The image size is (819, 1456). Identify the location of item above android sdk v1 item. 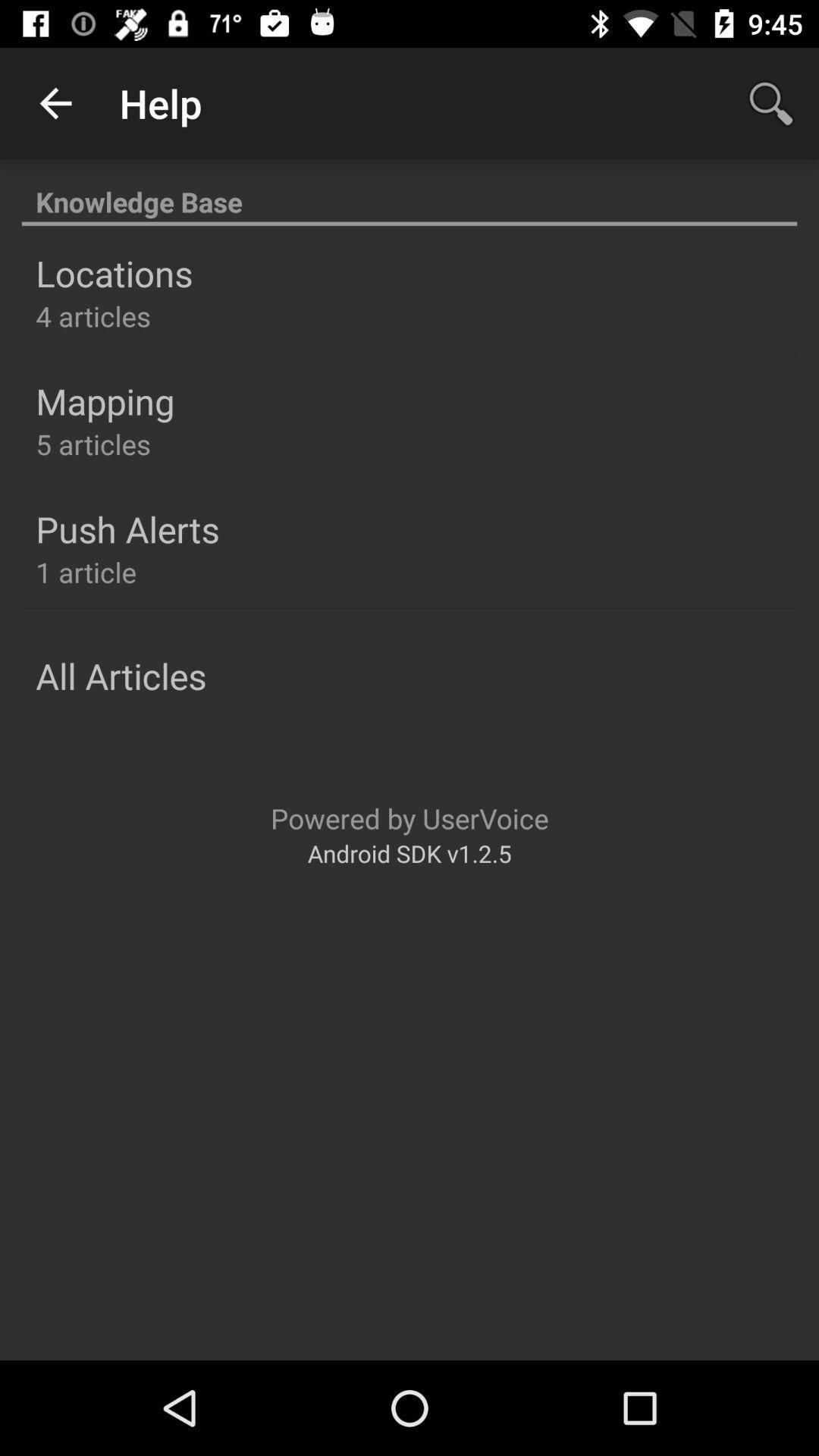
(409, 817).